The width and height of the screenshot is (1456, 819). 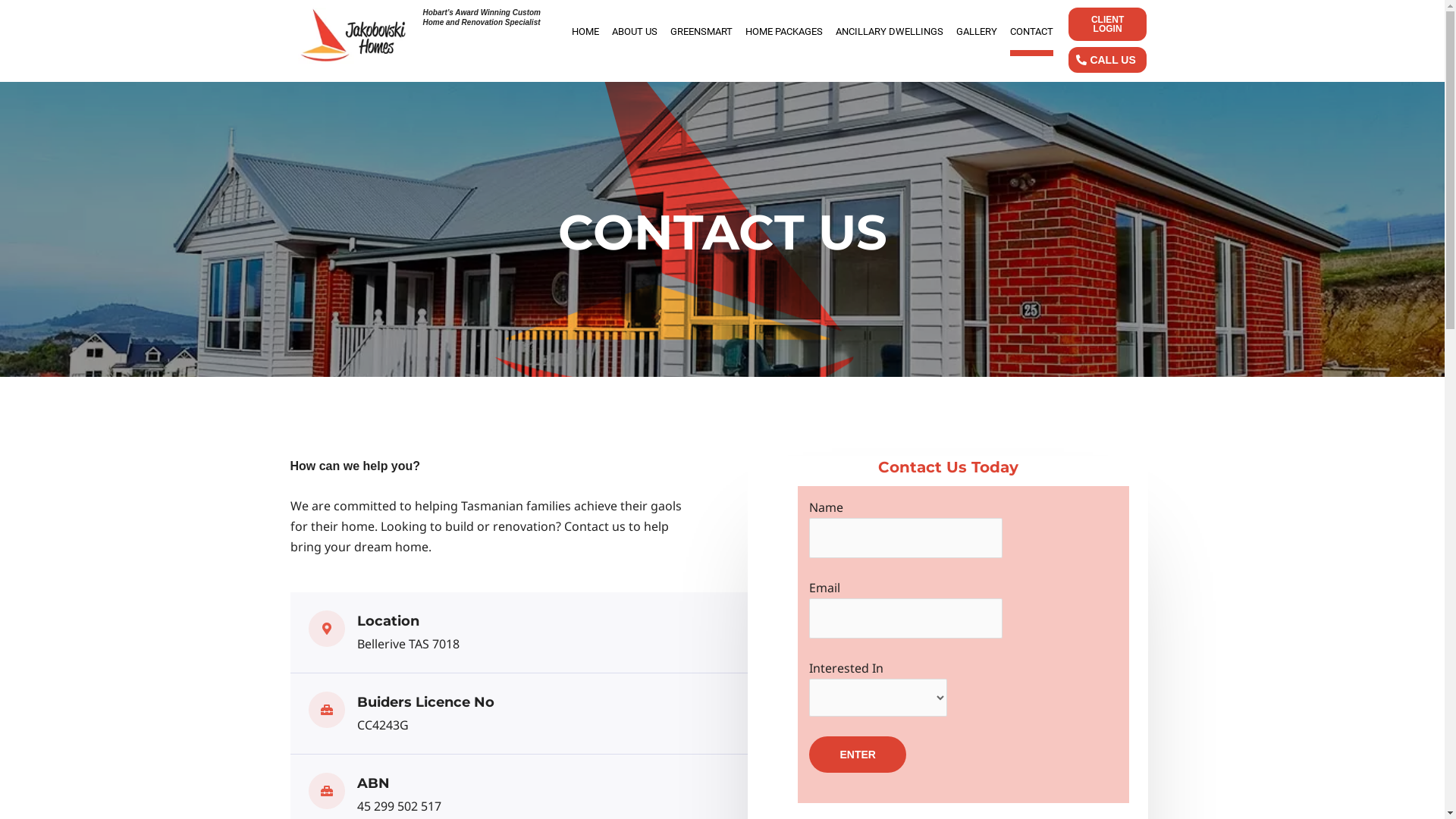 I want to click on 'GREENSMART', so click(x=701, y=32).